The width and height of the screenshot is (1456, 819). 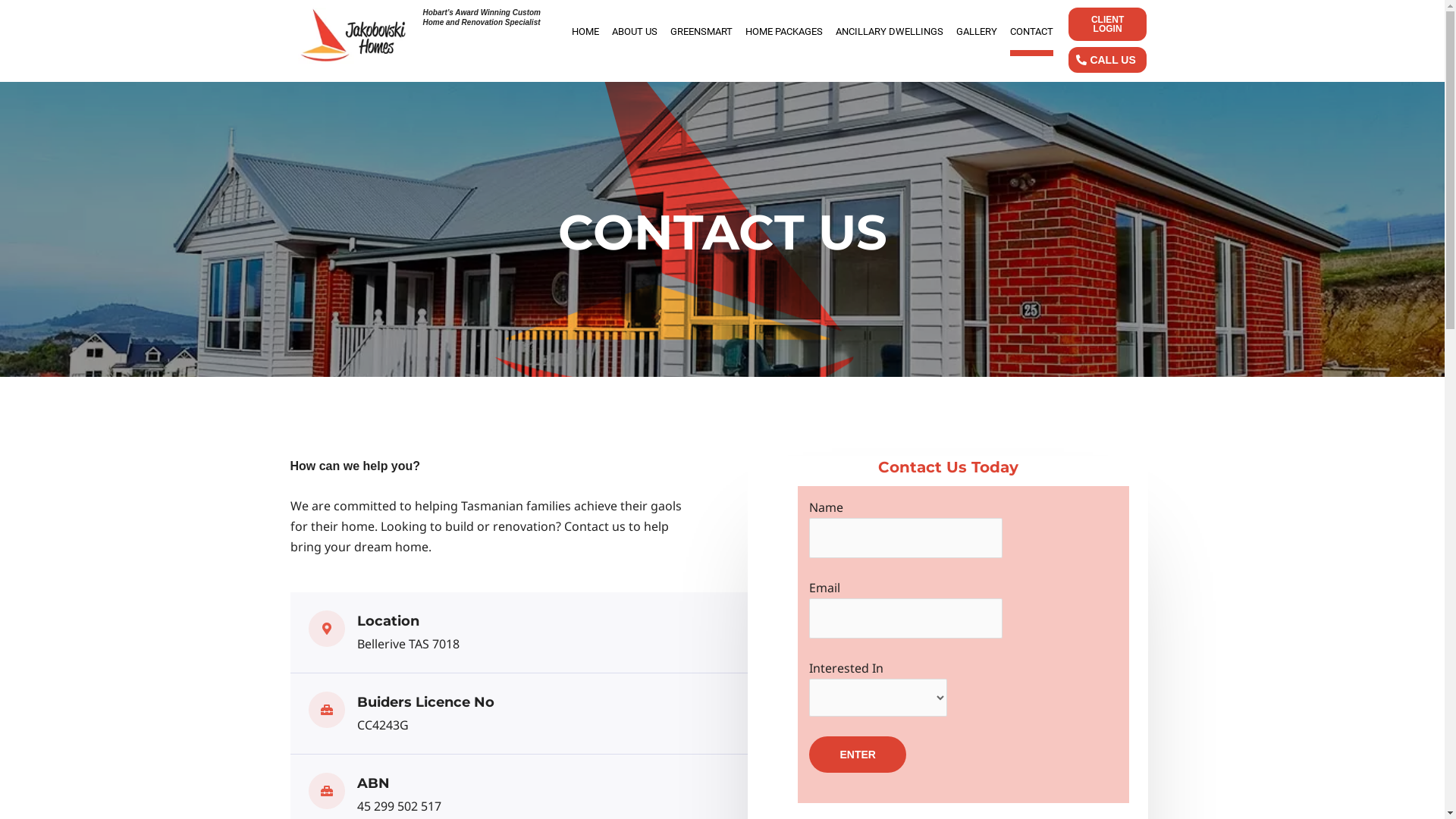 I want to click on 'GREENSMART', so click(x=701, y=32).